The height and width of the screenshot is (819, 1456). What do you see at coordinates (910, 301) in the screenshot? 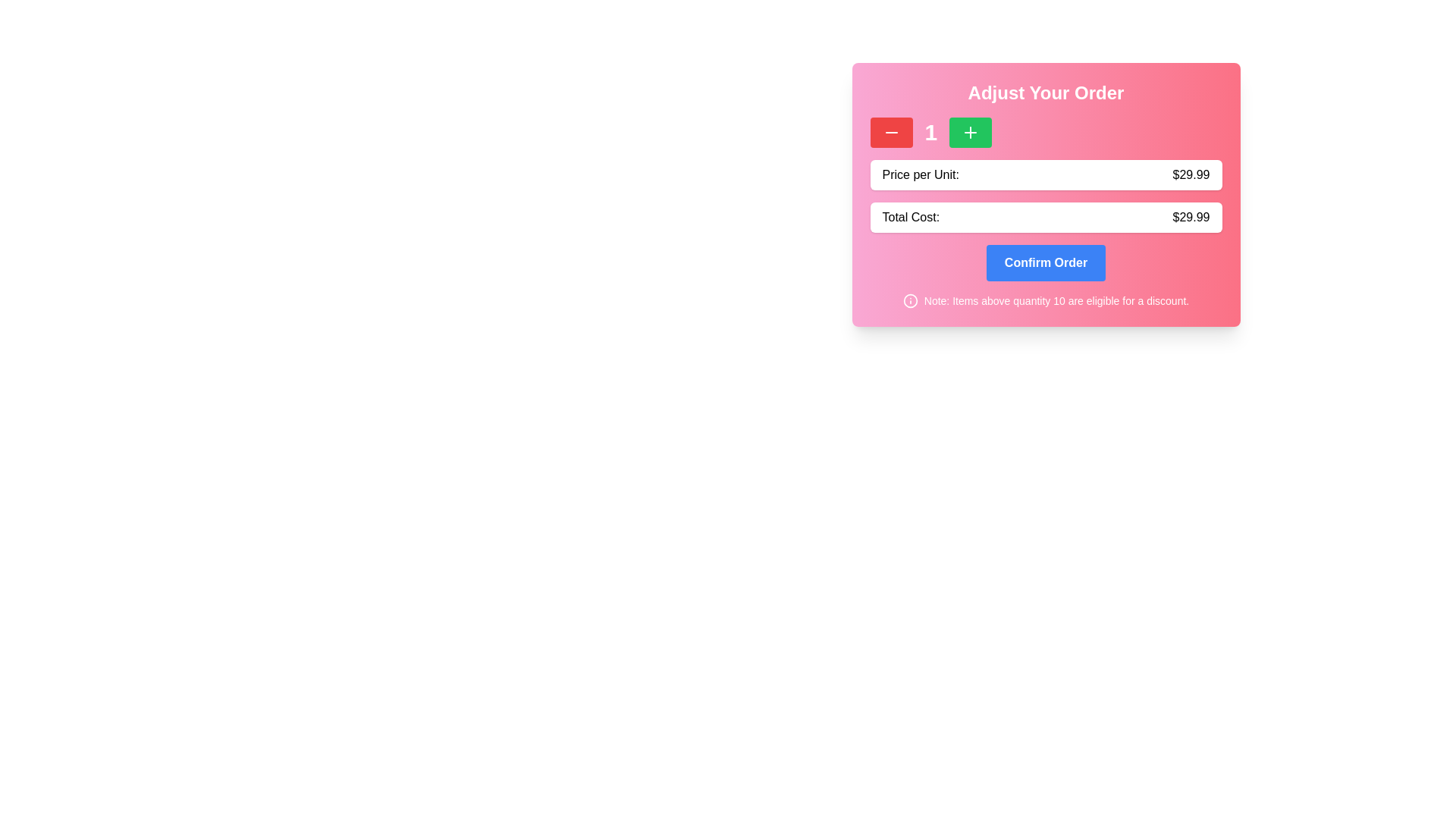
I see `the small circular information icon with a lowercase 'i' symbol, positioned to the left of the 'Note: Items above quantity 10 are eligible for a discount.' text, at the bottom of the 'Adjust Your Order' card` at bounding box center [910, 301].